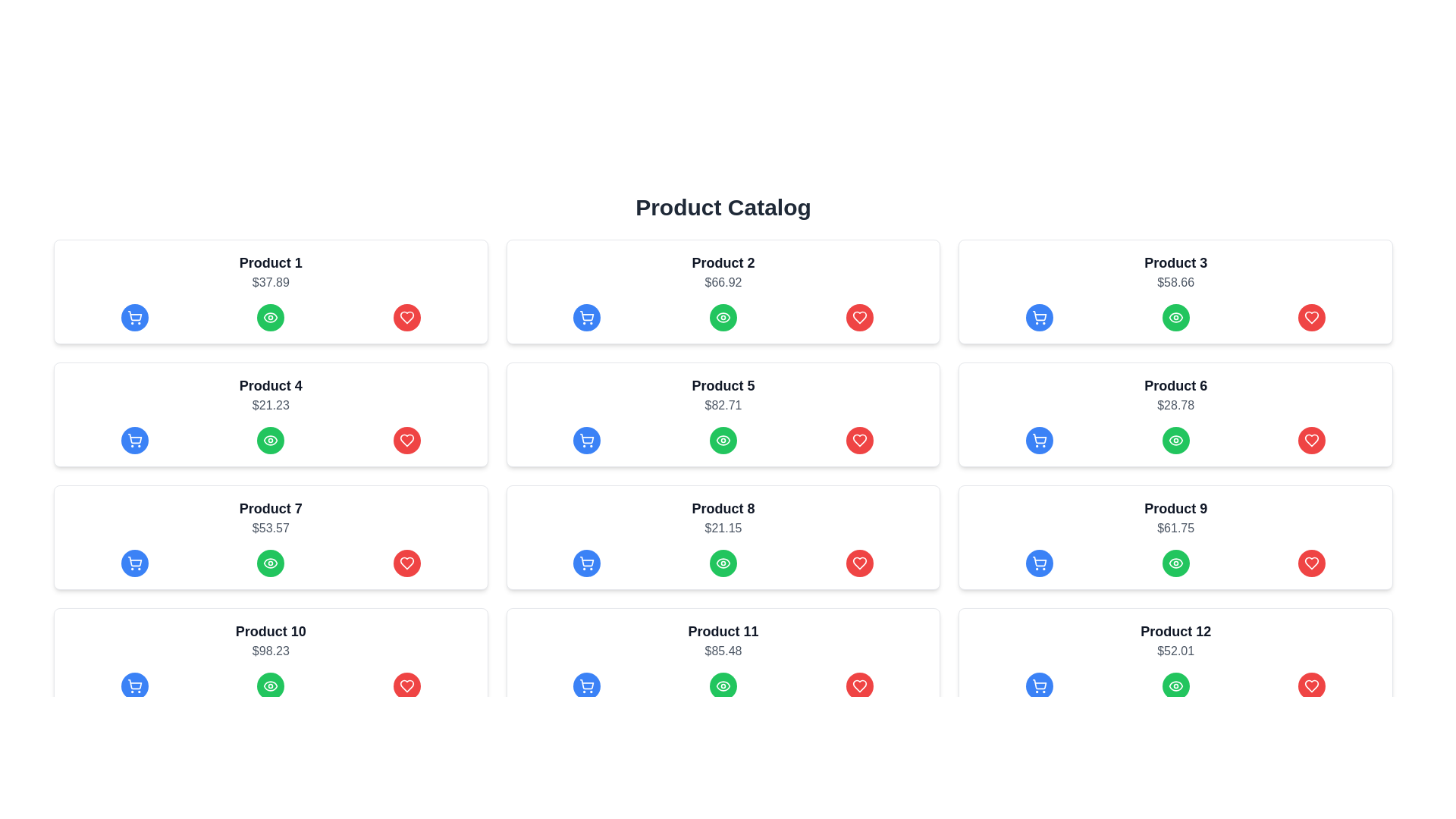 The image size is (1456, 819). I want to click on the text label that identifies 'Product 2', located at the top-center of its product card in the second column of the first row of the product catalog grid, so click(723, 262).